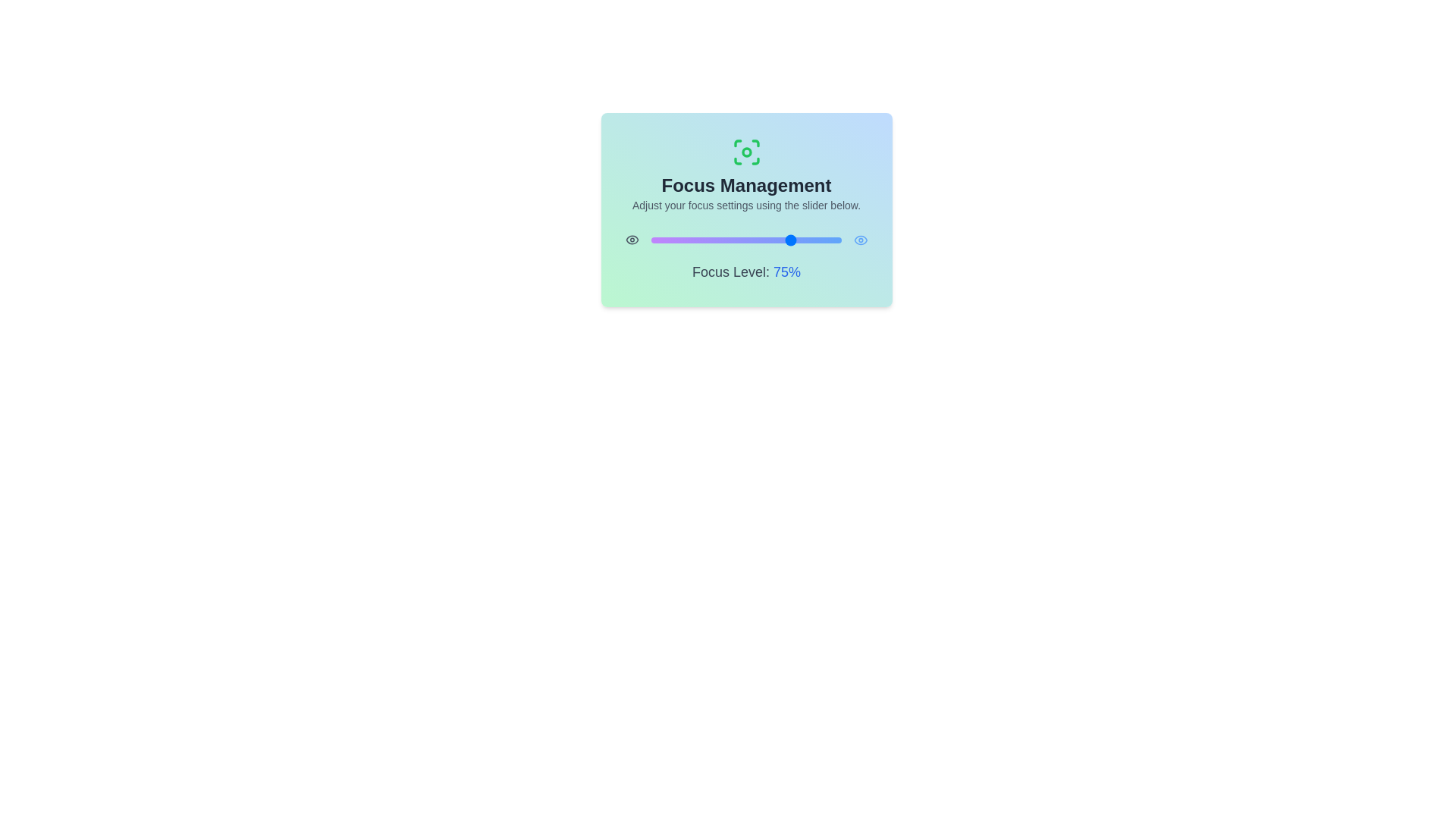 The width and height of the screenshot is (1456, 819). Describe the element at coordinates (717, 239) in the screenshot. I see `the focus level to 35% using the slider` at that location.